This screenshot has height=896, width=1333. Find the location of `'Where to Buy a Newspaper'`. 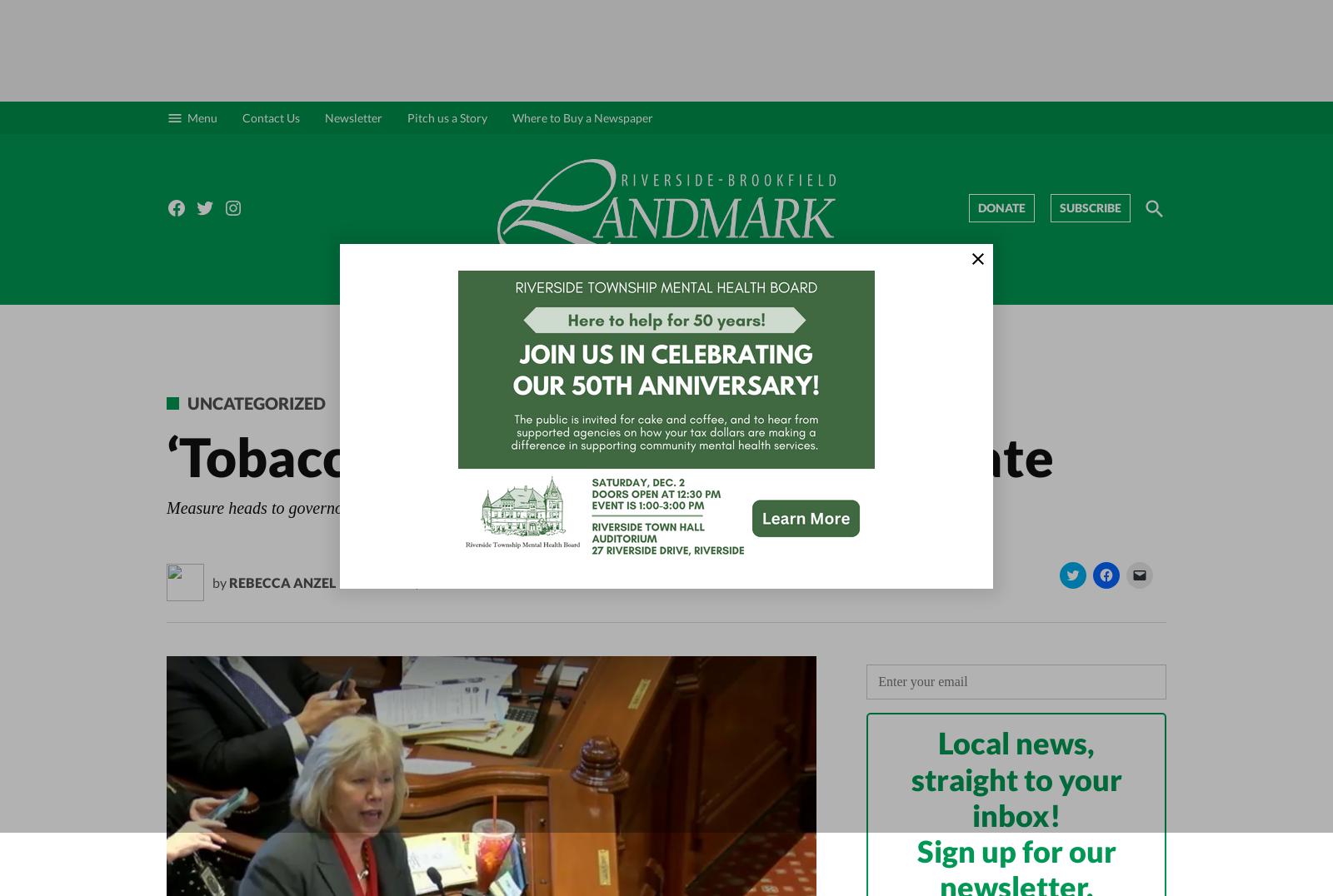

'Where to Buy a Newspaper' is located at coordinates (582, 117).